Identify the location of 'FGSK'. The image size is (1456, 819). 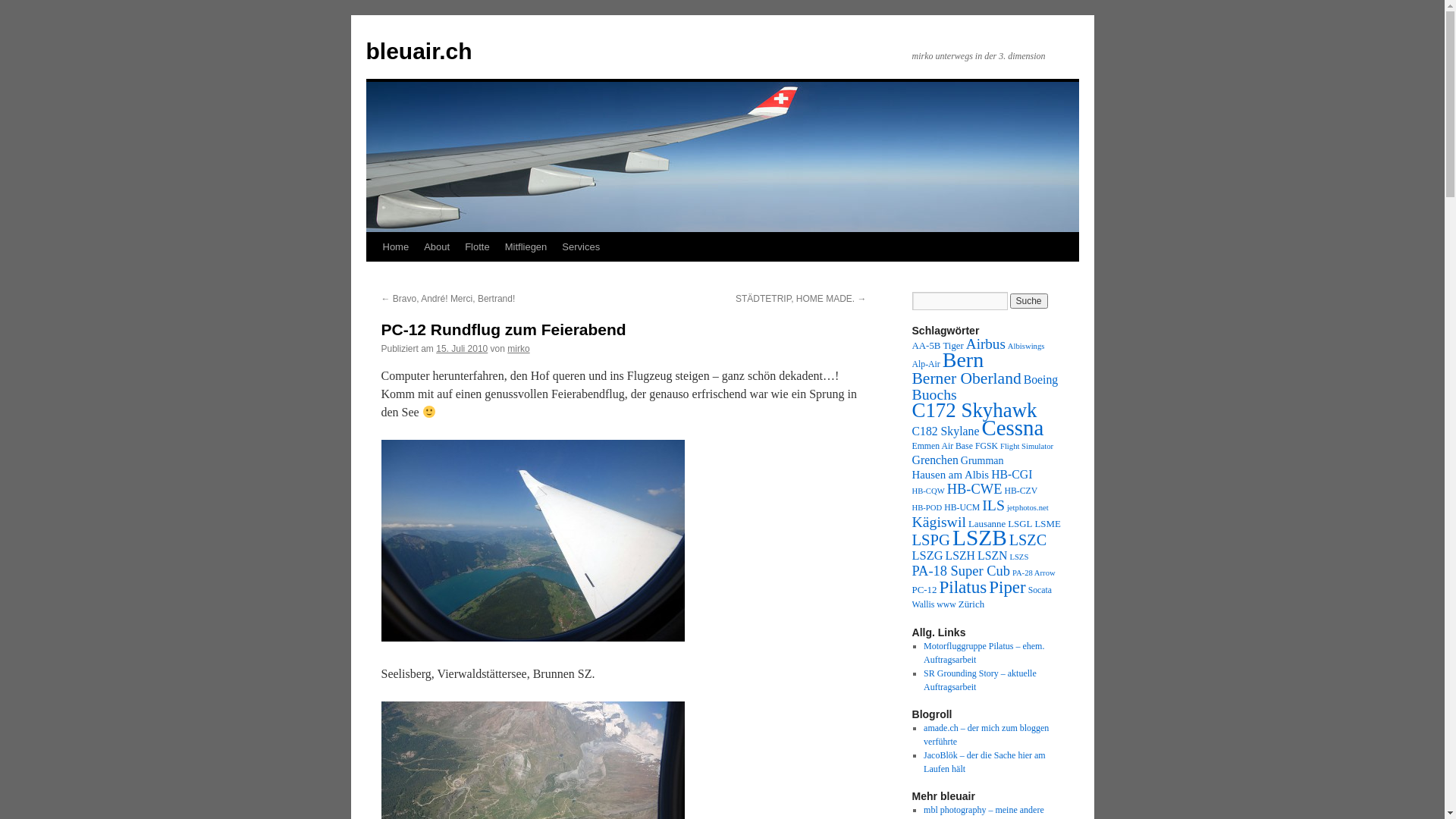
(986, 445).